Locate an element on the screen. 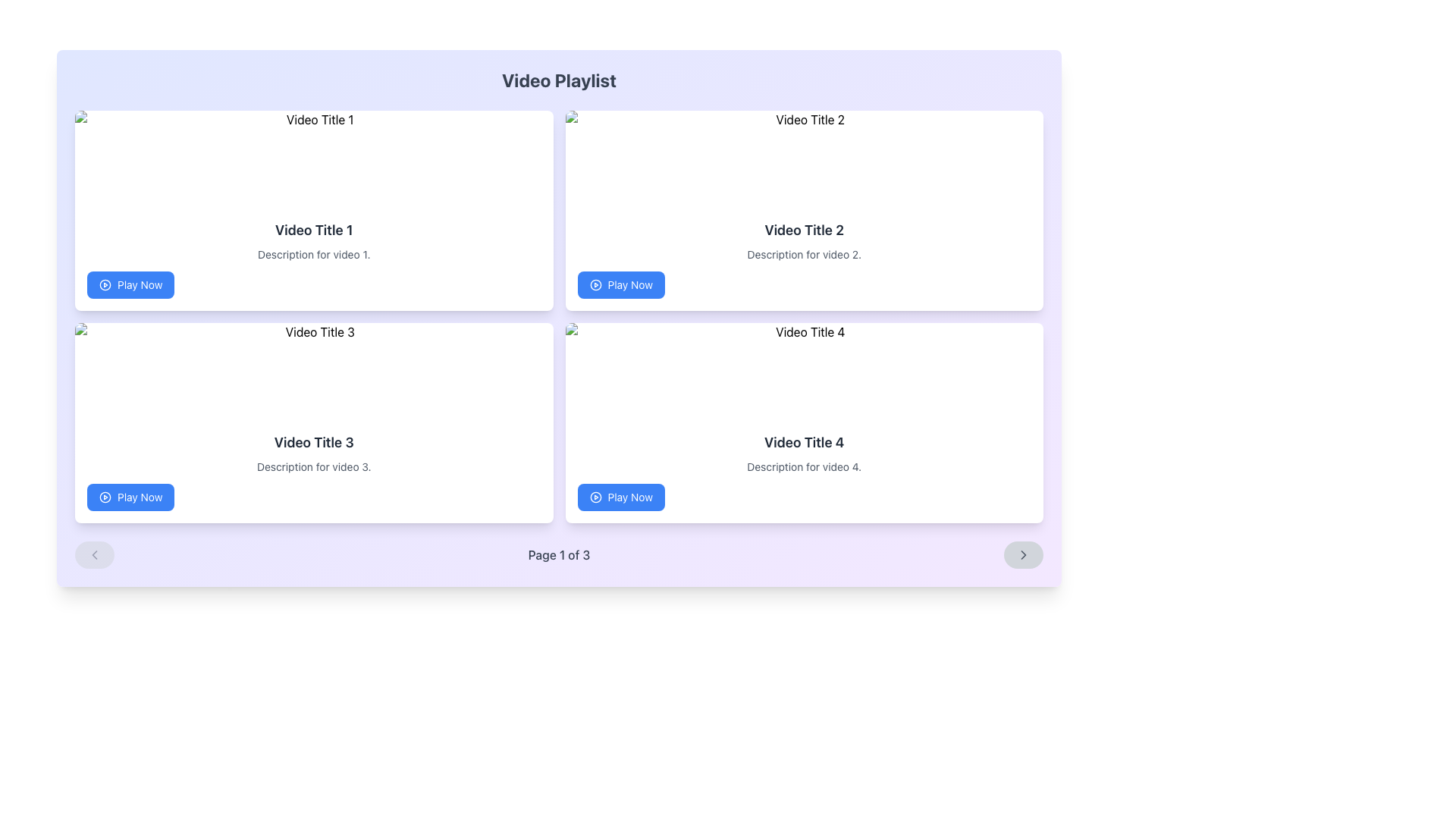 The width and height of the screenshot is (1456, 819). the button located in the bottom-left area of the first video card labeled 'Video Title 1' is located at coordinates (130, 284).